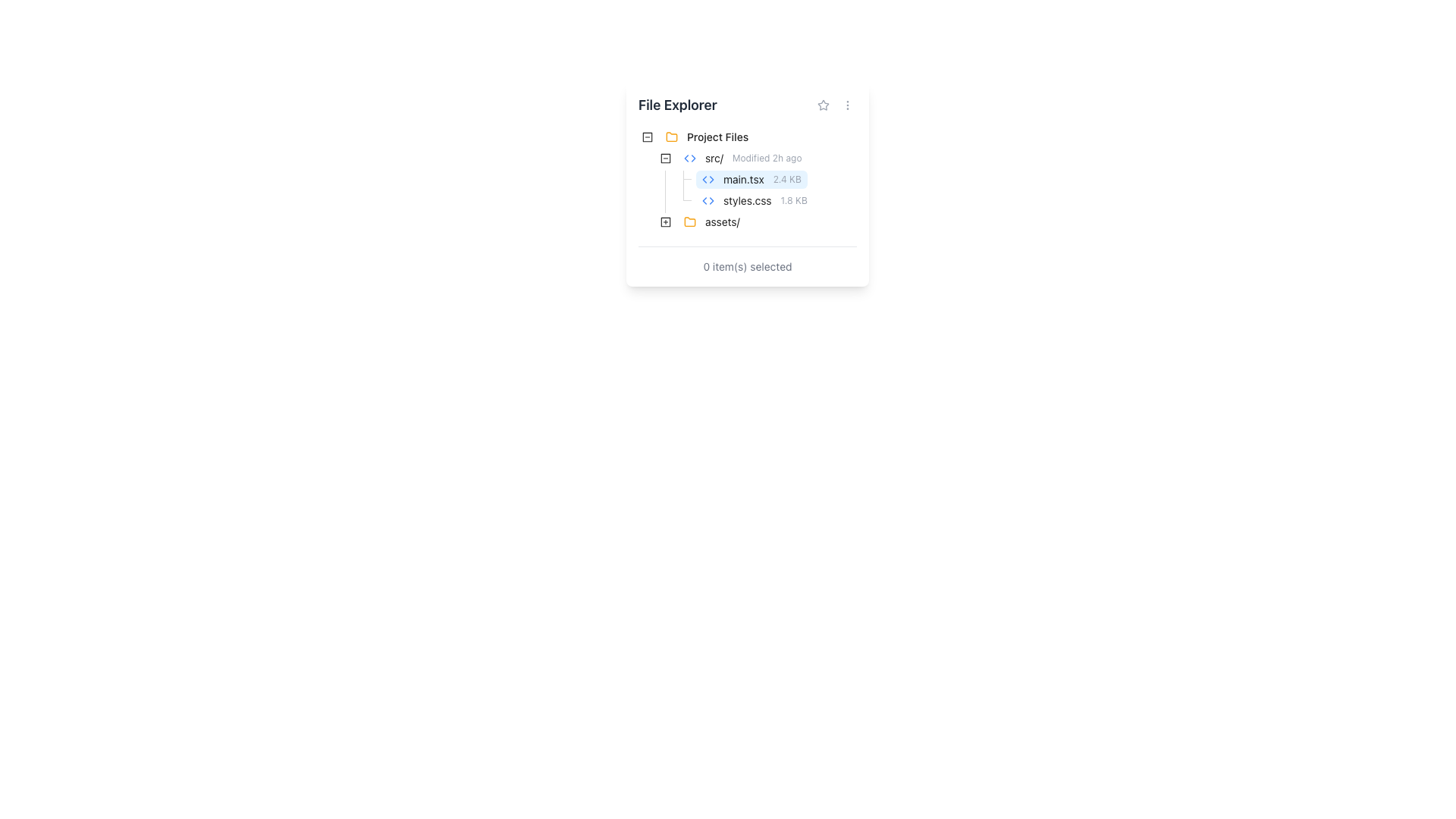 The image size is (1456, 819). Describe the element at coordinates (676, 104) in the screenshot. I see `the 'File Explorer' text label, which is styled in bold and located at the top left corner of a card-like section` at that location.